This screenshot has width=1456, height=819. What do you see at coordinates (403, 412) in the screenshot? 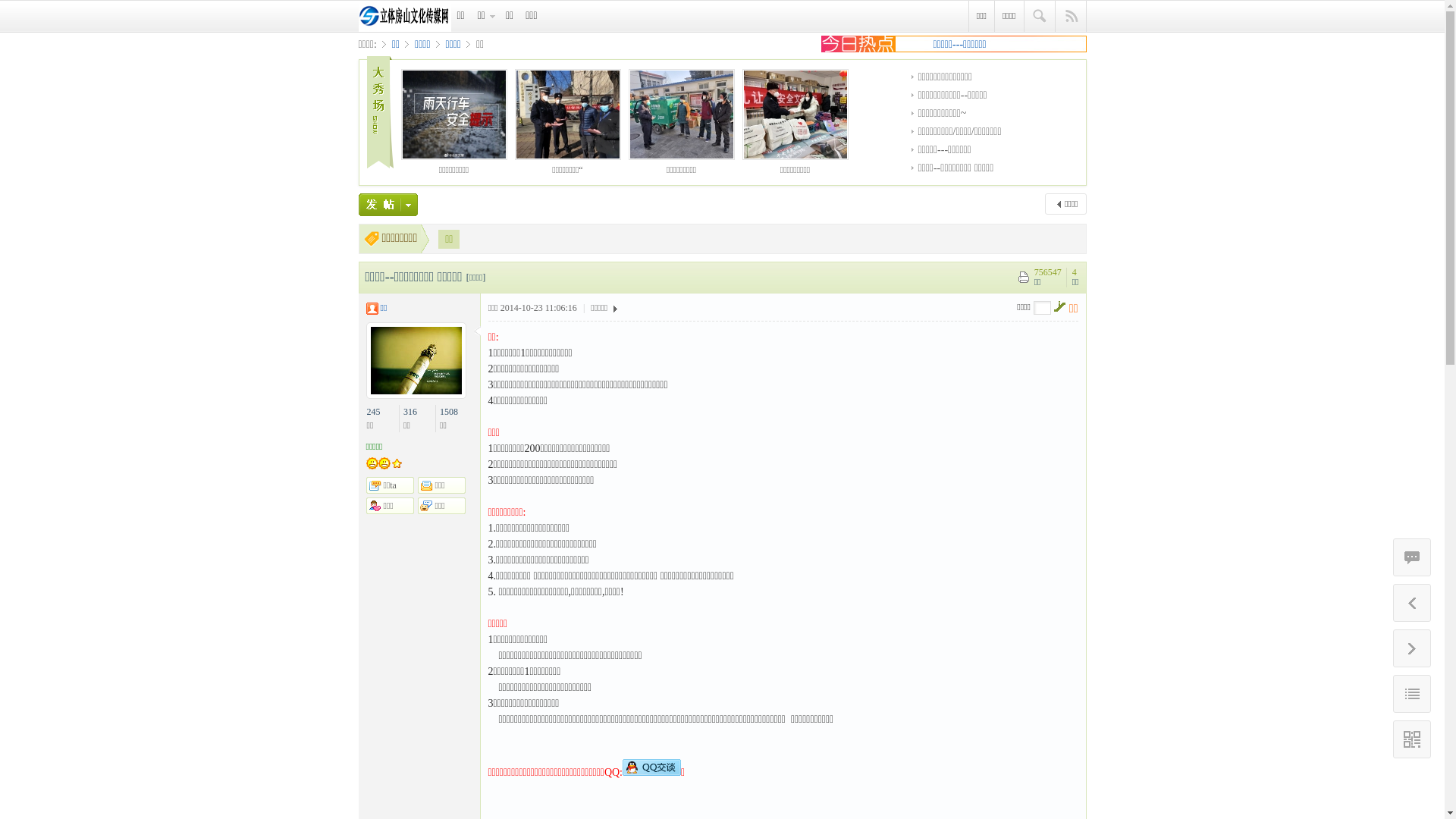
I see `'316'` at bounding box center [403, 412].